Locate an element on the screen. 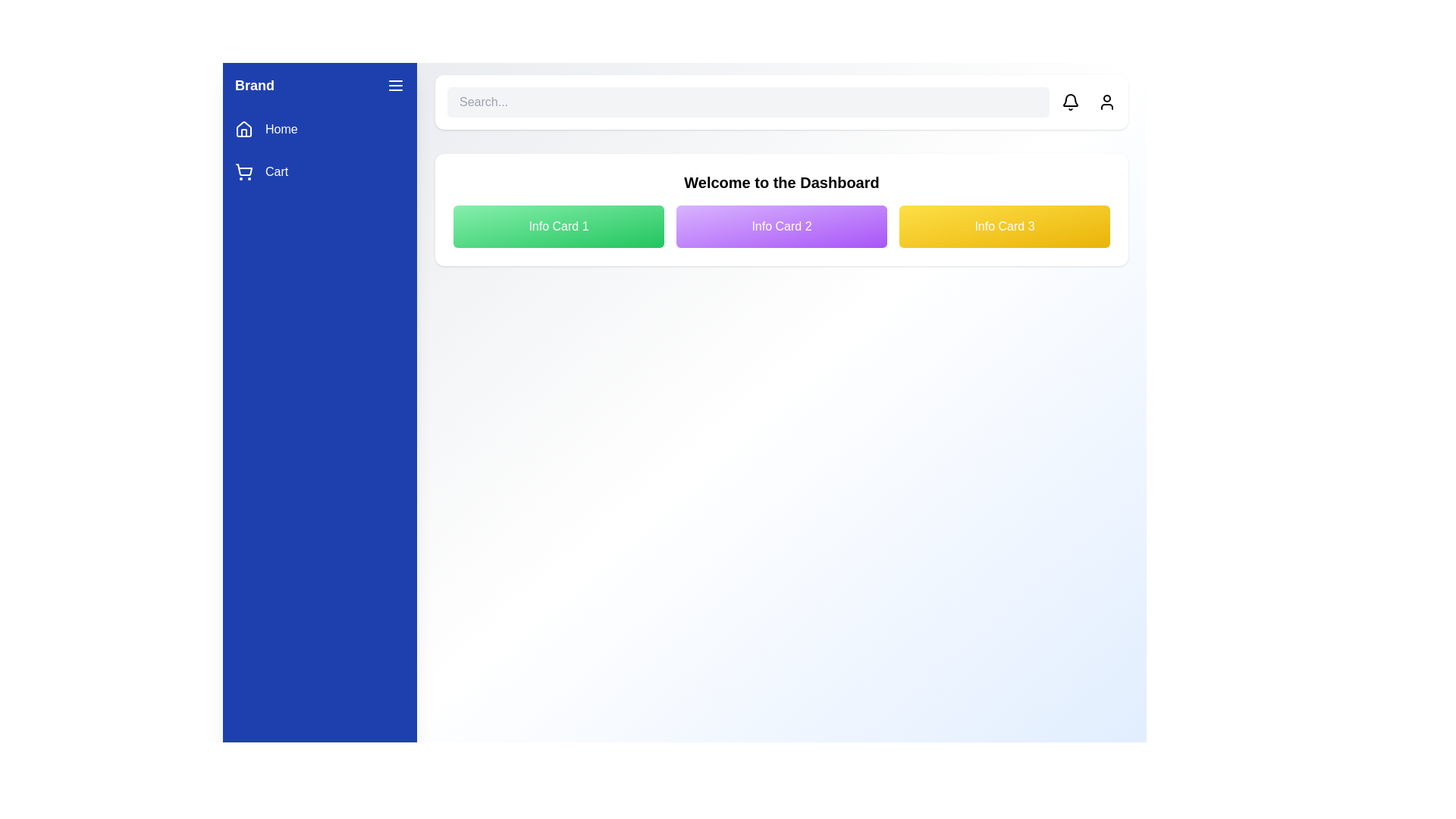 The height and width of the screenshot is (819, 1456). the search bar and type the query 'example' is located at coordinates (748, 102).